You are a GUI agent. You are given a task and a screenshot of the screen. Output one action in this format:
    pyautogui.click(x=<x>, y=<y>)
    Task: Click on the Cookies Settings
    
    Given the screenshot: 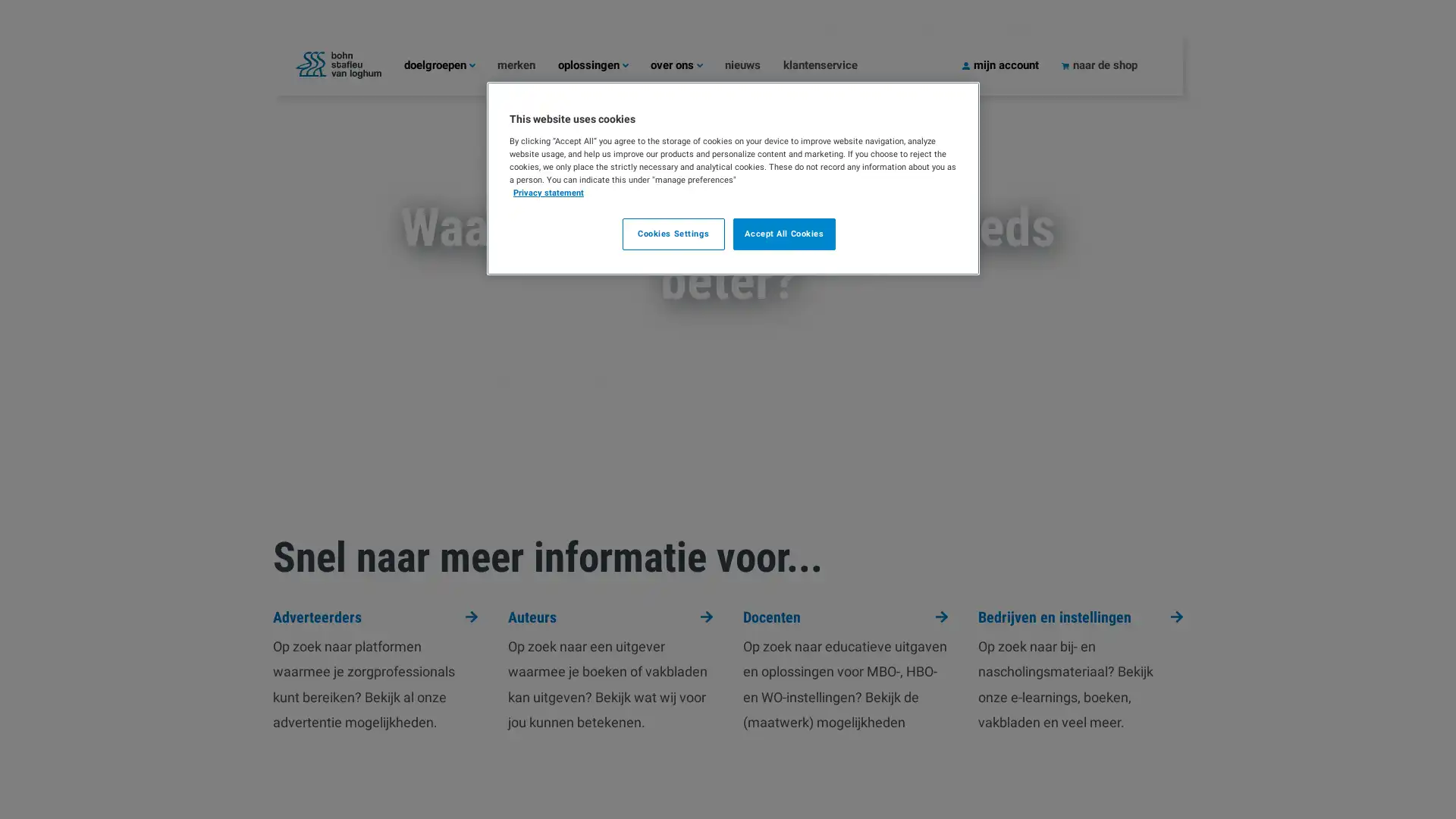 What is the action you would take?
    pyautogui.click(x=672, y=234)
    